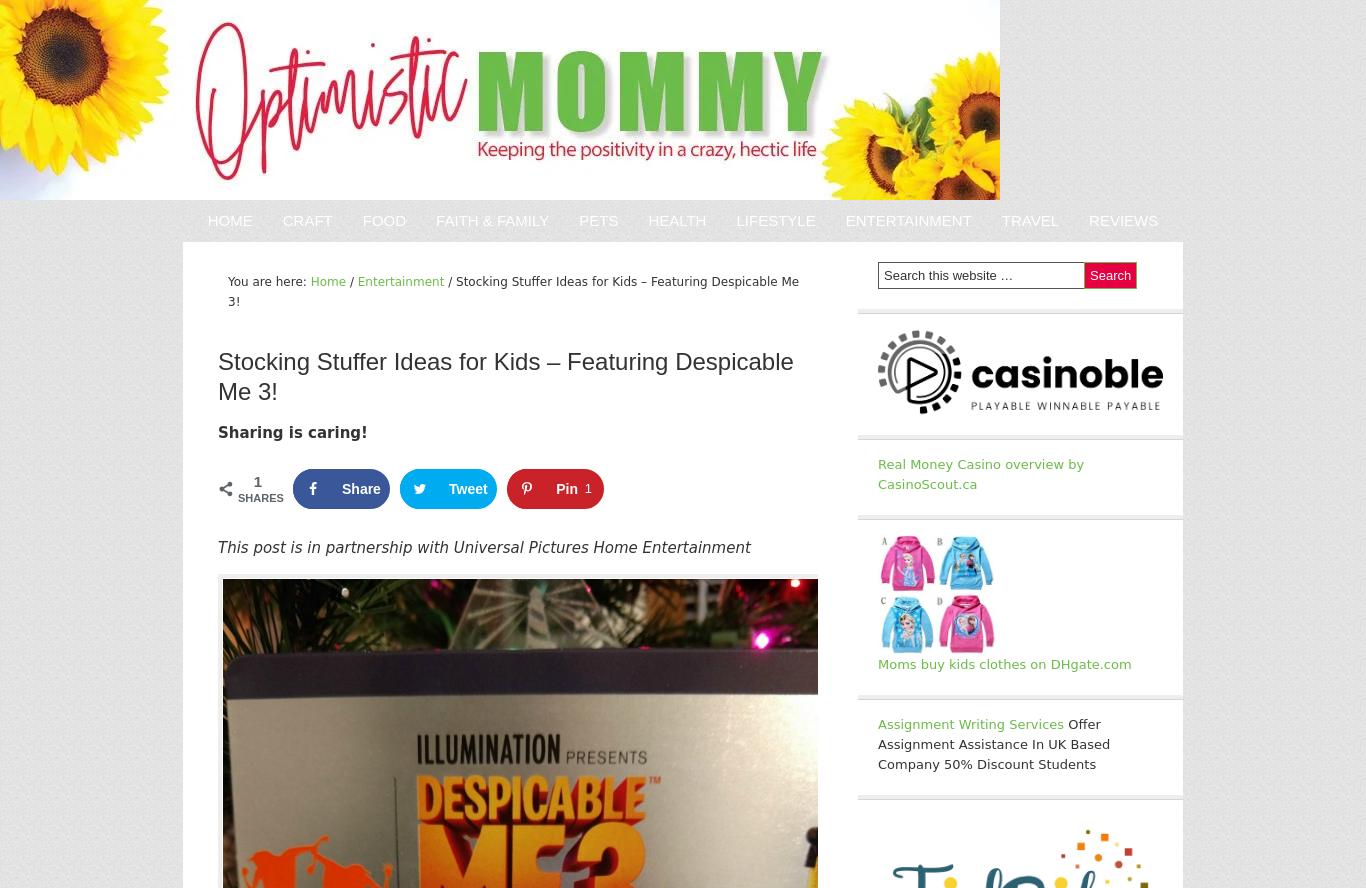 The width and height of the screenshot is (1366, 888). What do you see at coordinates (675, 219) in the screenshot?
I see `'Health'` at bounding box center [675, 219].